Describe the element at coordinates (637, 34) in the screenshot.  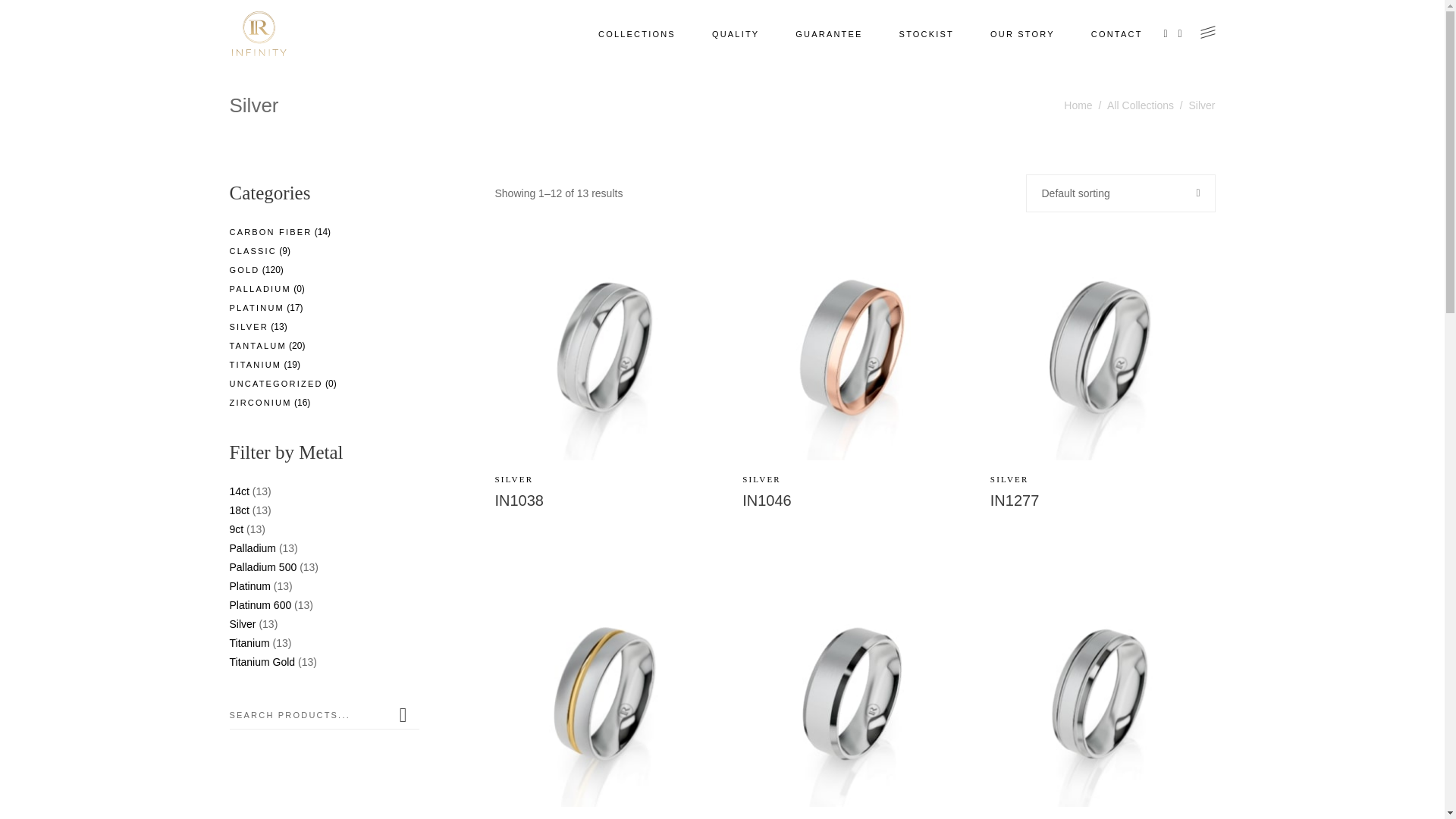
I see `'COLLECTIONS'` at that location.